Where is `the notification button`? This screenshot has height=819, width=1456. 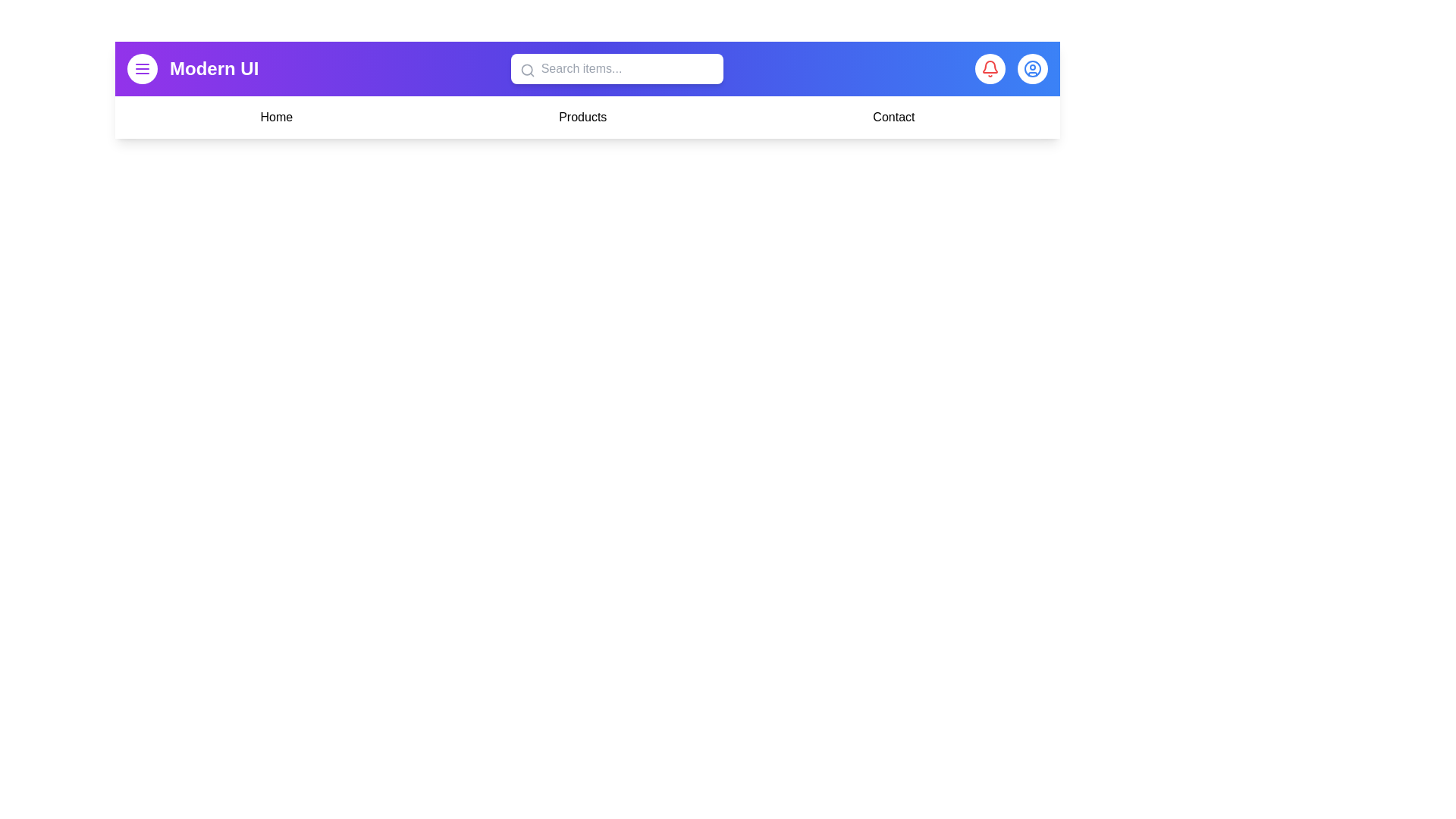
the notification button is located at coordinates (990, 69).